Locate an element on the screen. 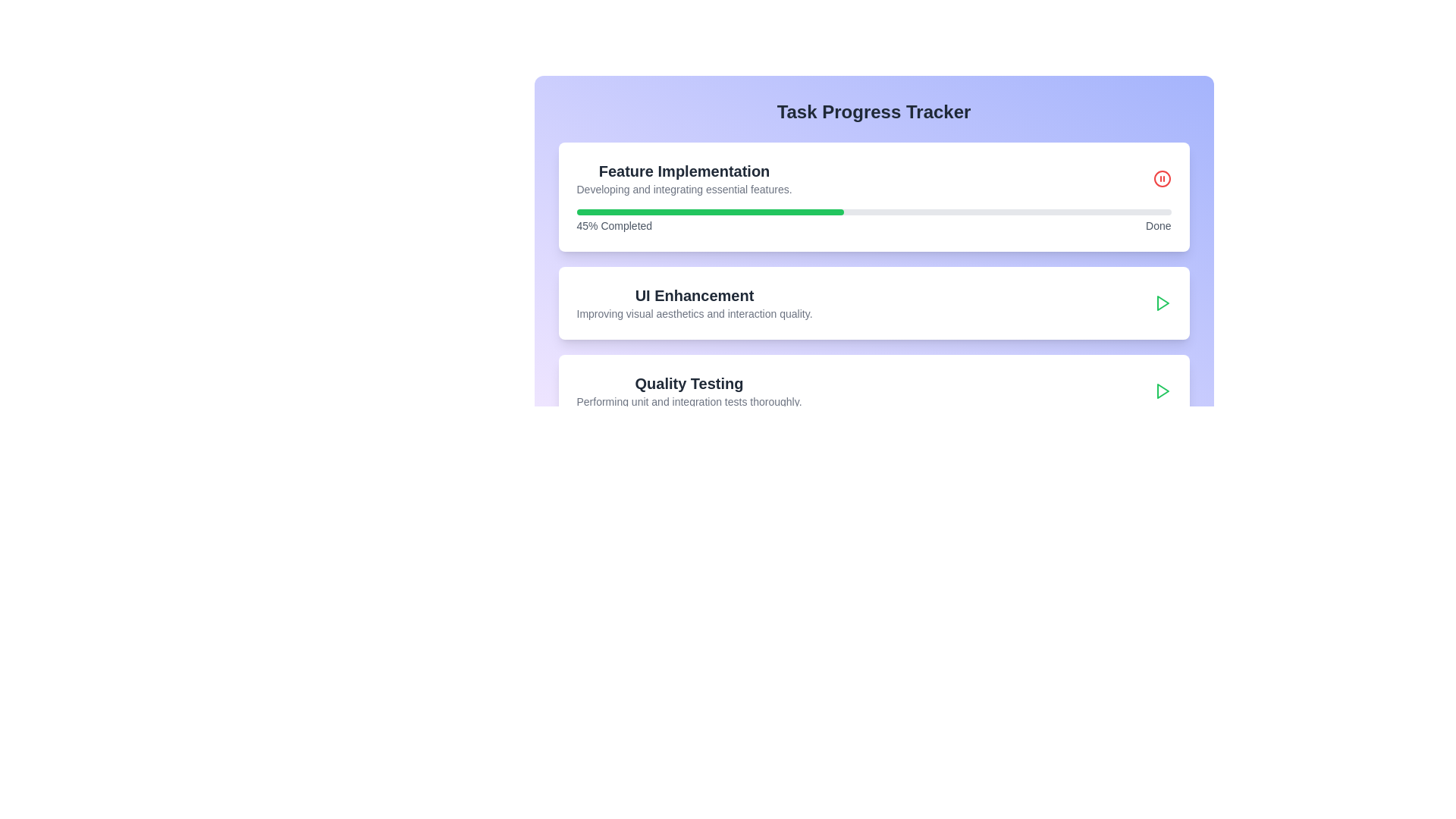  the green play icon button, which is a right-facing triangle located at the far-right side of the 'Quality Testing' section is located at coordinates (1161, 391).